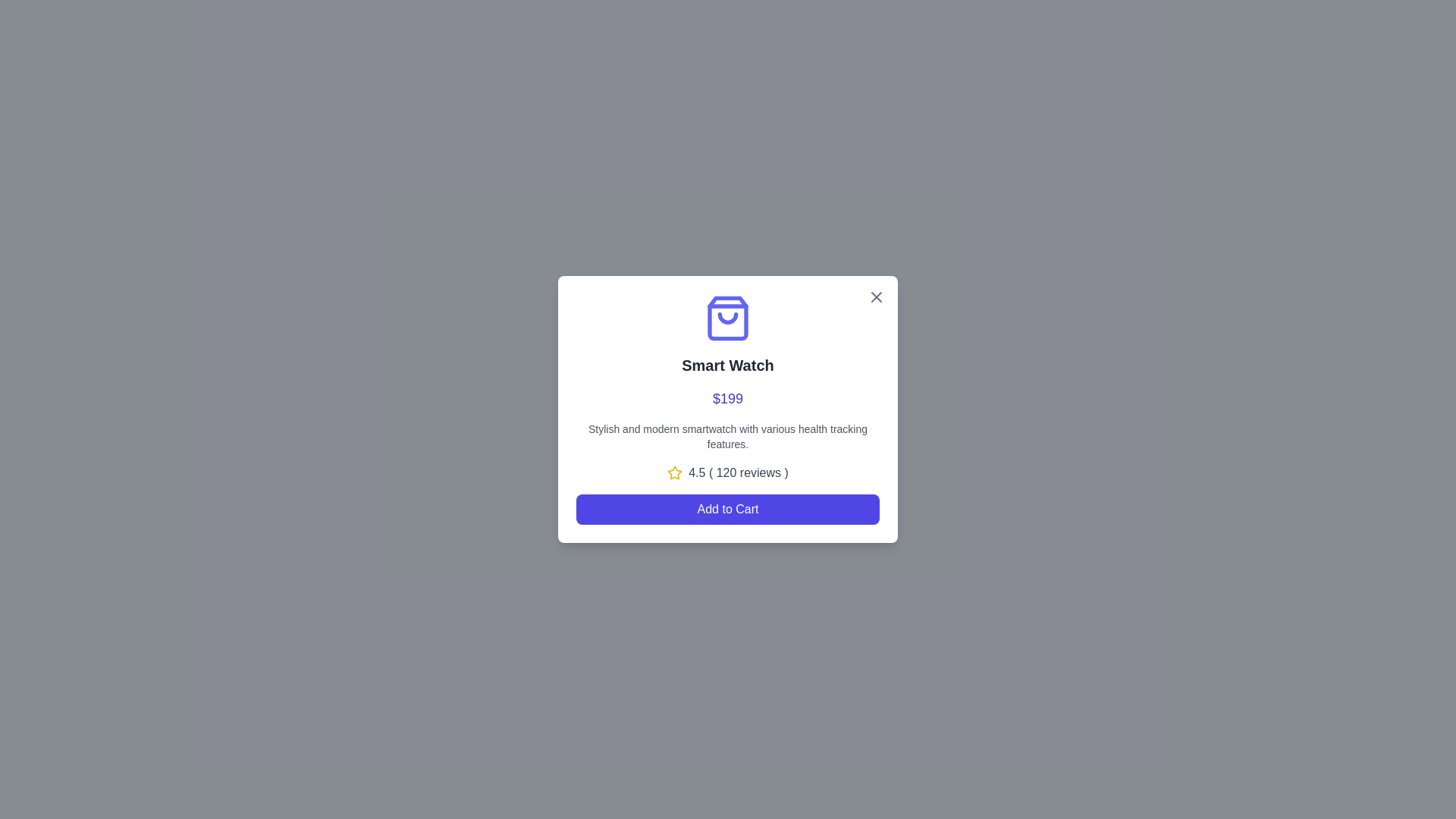  Describe the element at coordinates (728, 318) in the screenshot. I see `the shopping icon located at the top-center of the modal dialog, which visually represents e-commerce or product buying` at that location.